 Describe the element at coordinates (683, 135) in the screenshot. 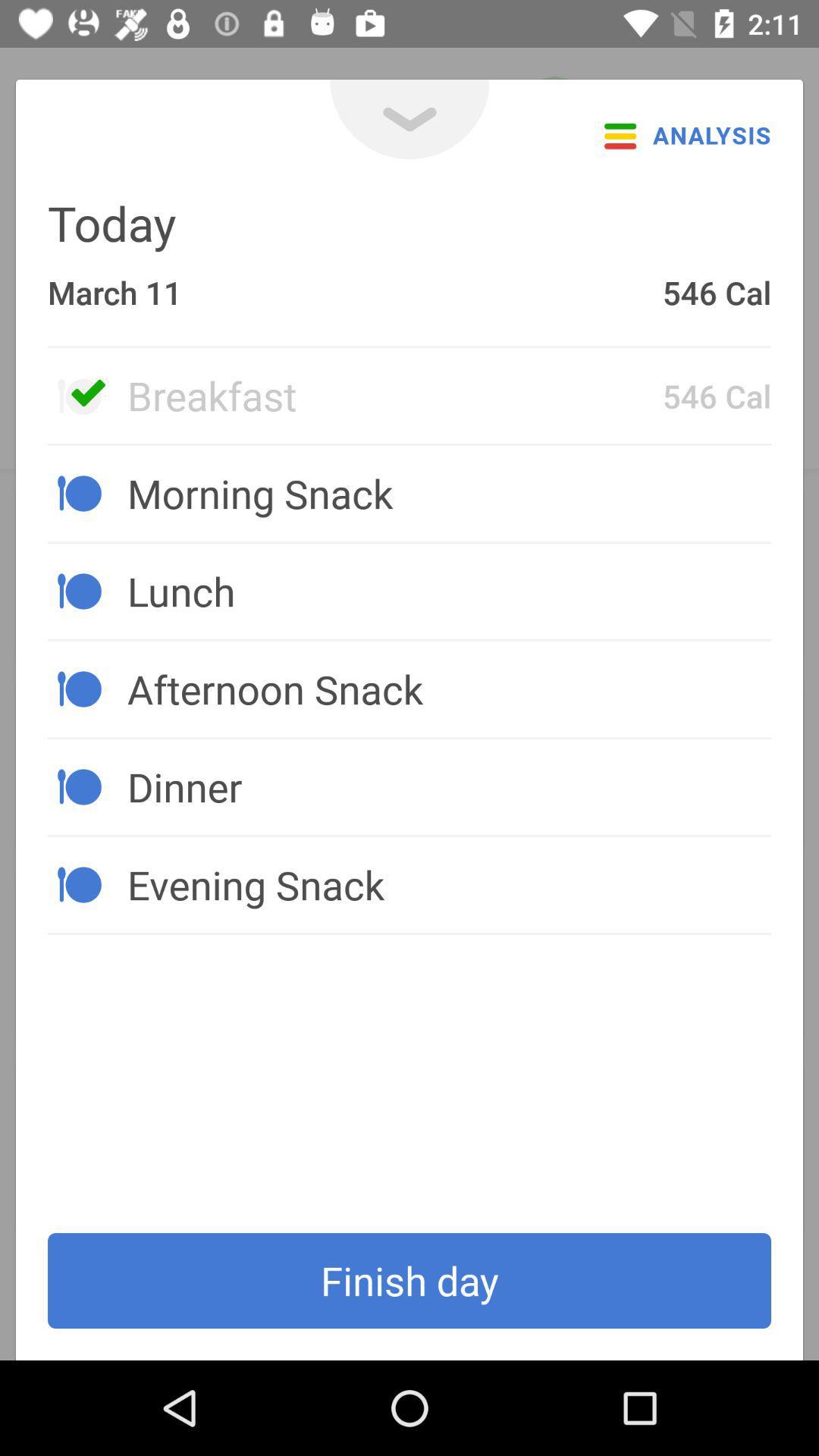

I see `analysis icon` at that location.